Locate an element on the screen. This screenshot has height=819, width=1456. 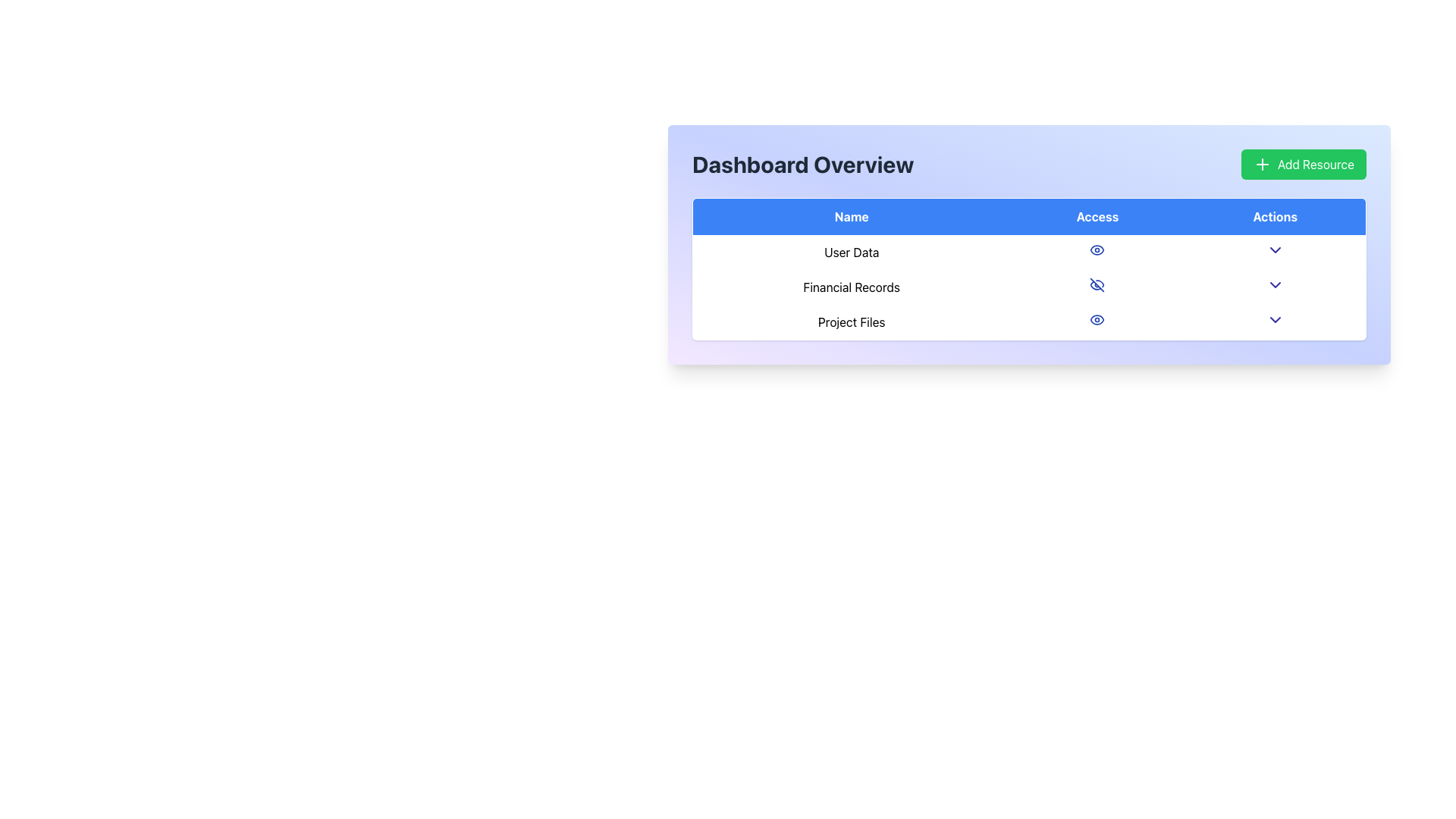
the dropdown trigger icon located in the third row of the table under the 'Actions' column is located at coordinates (1274, 318).